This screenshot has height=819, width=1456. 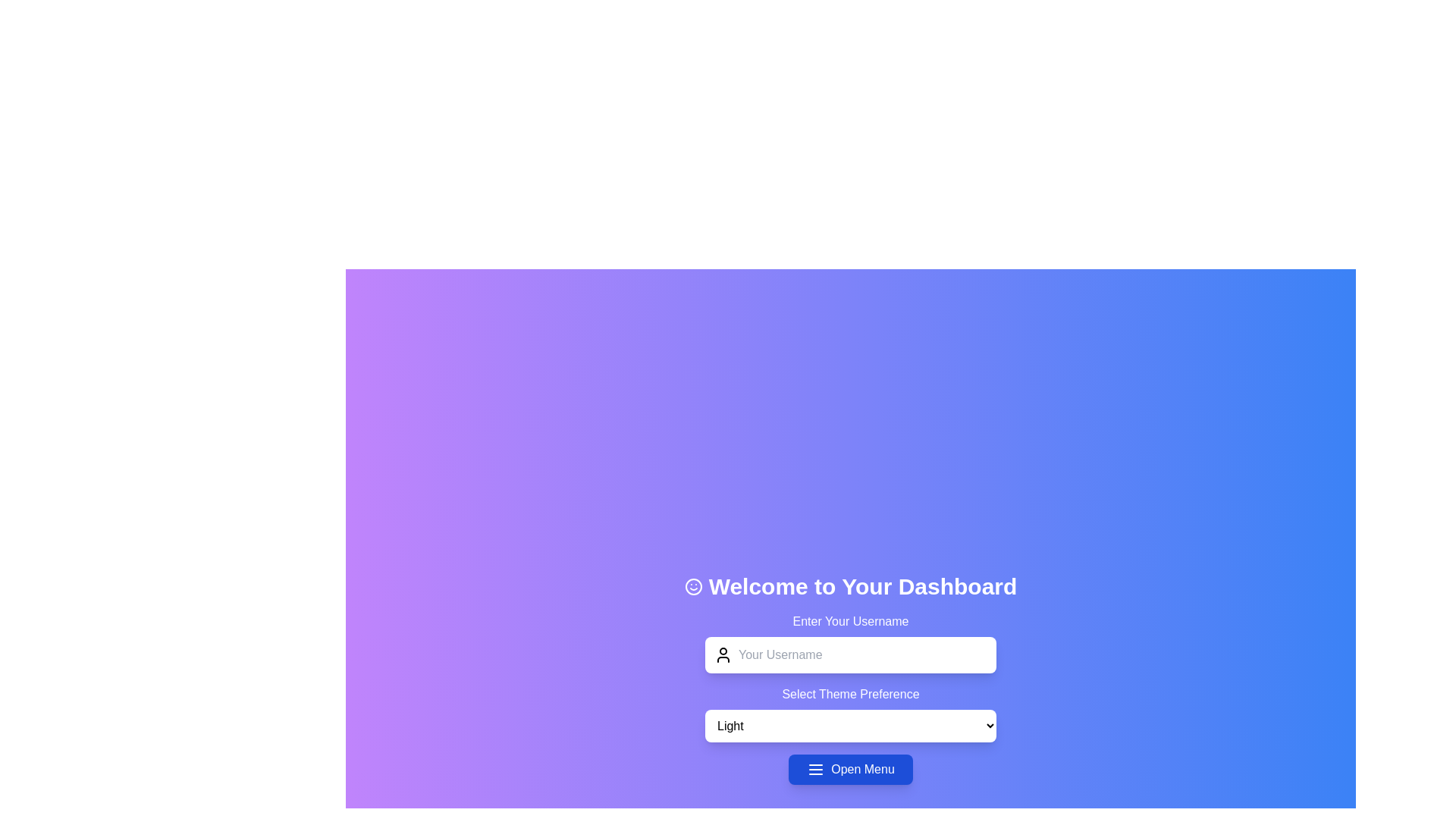 What do you see at coordinates (692, 585) in the screenshot?
I see `the decorative icon positioned to the left of the 'Welcome to Your Dashboard' text, enhancing user engagement` at bounding box center [692, 585].